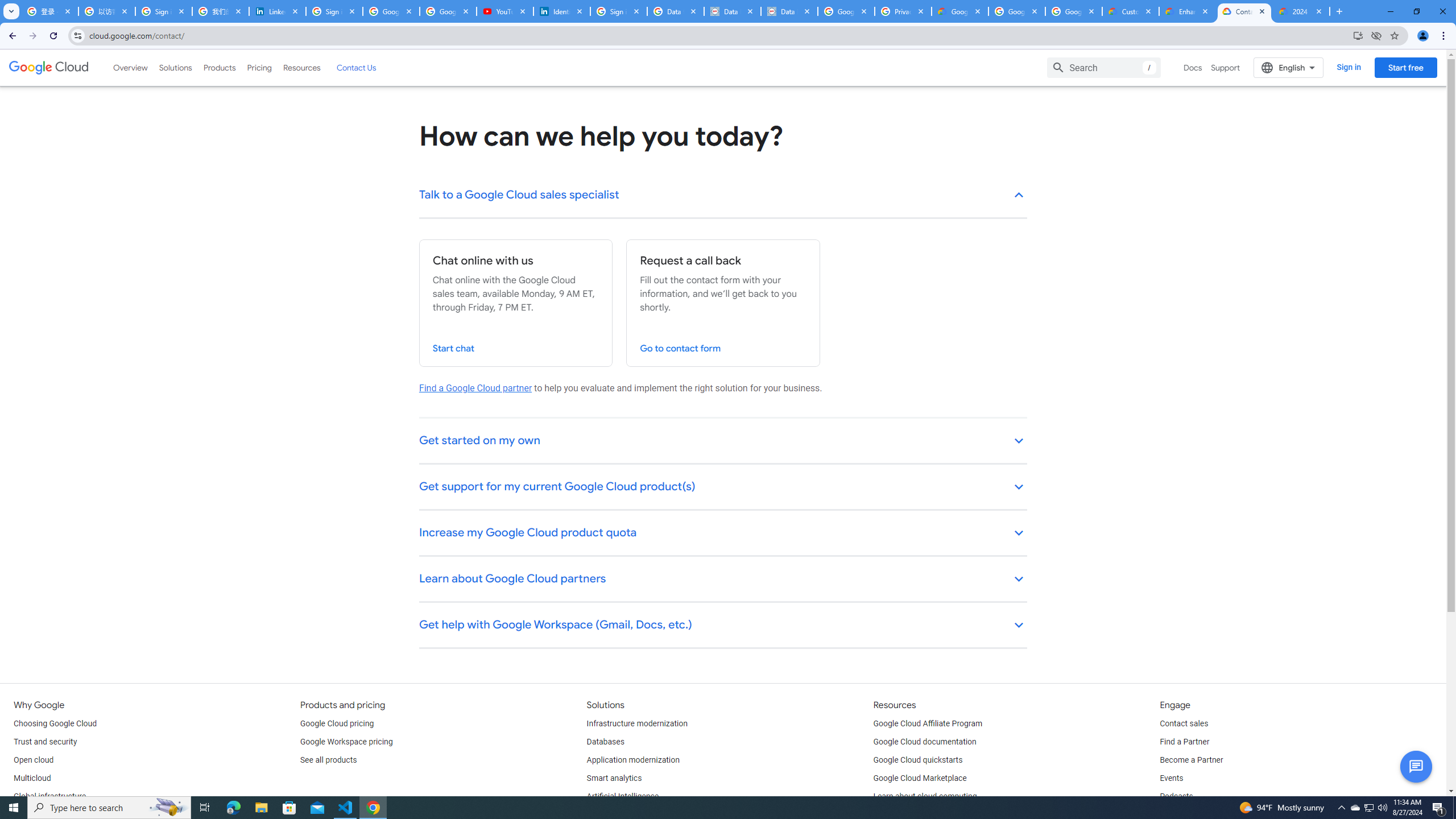 The image size is (1456, 819). I want to click on 'Find a Google Cloud partner', so click(475, 387).